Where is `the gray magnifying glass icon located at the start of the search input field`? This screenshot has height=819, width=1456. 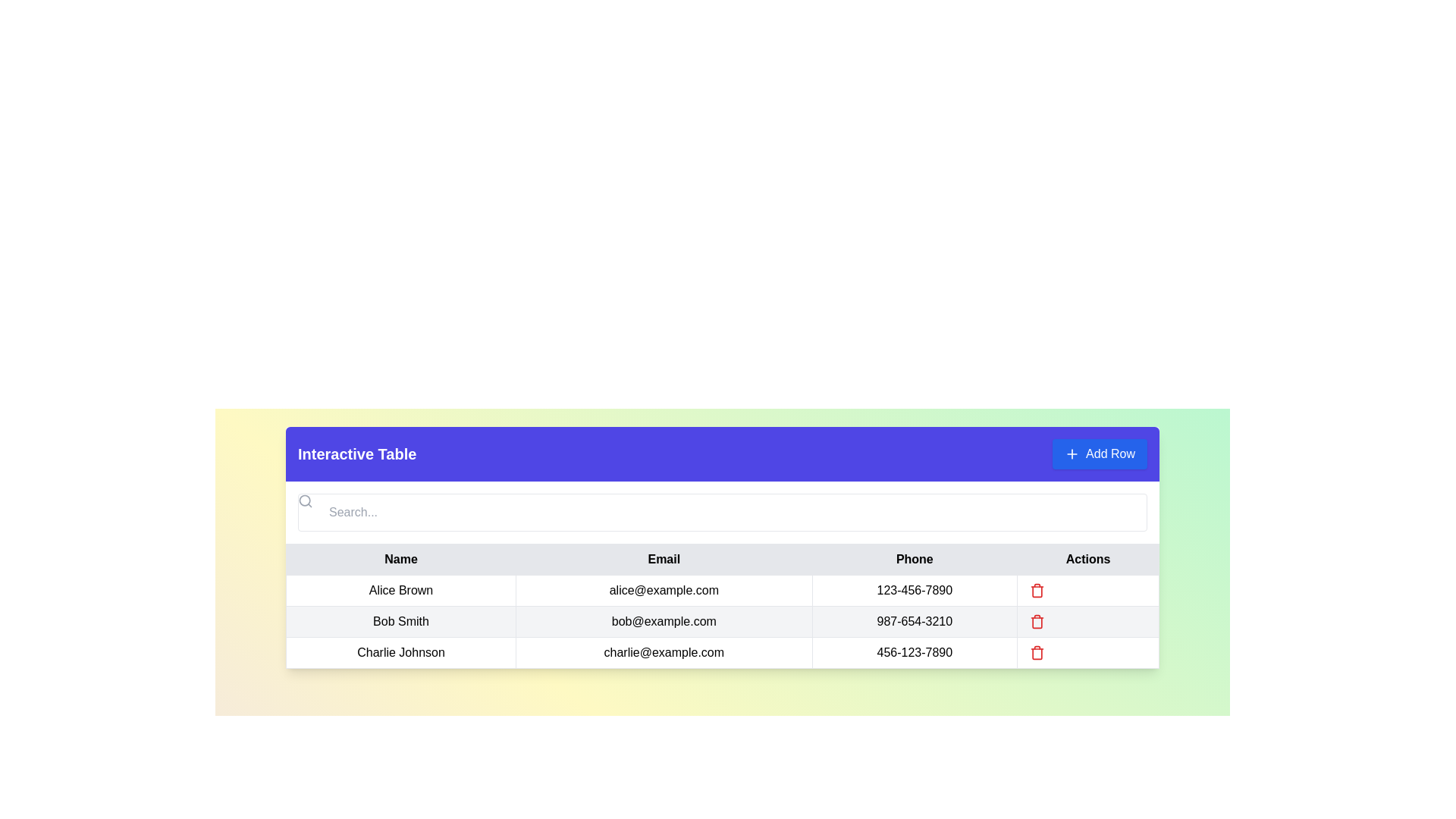 the gray magnifying glass icon located at the start of the search input field is located at coordinates (305, 500).